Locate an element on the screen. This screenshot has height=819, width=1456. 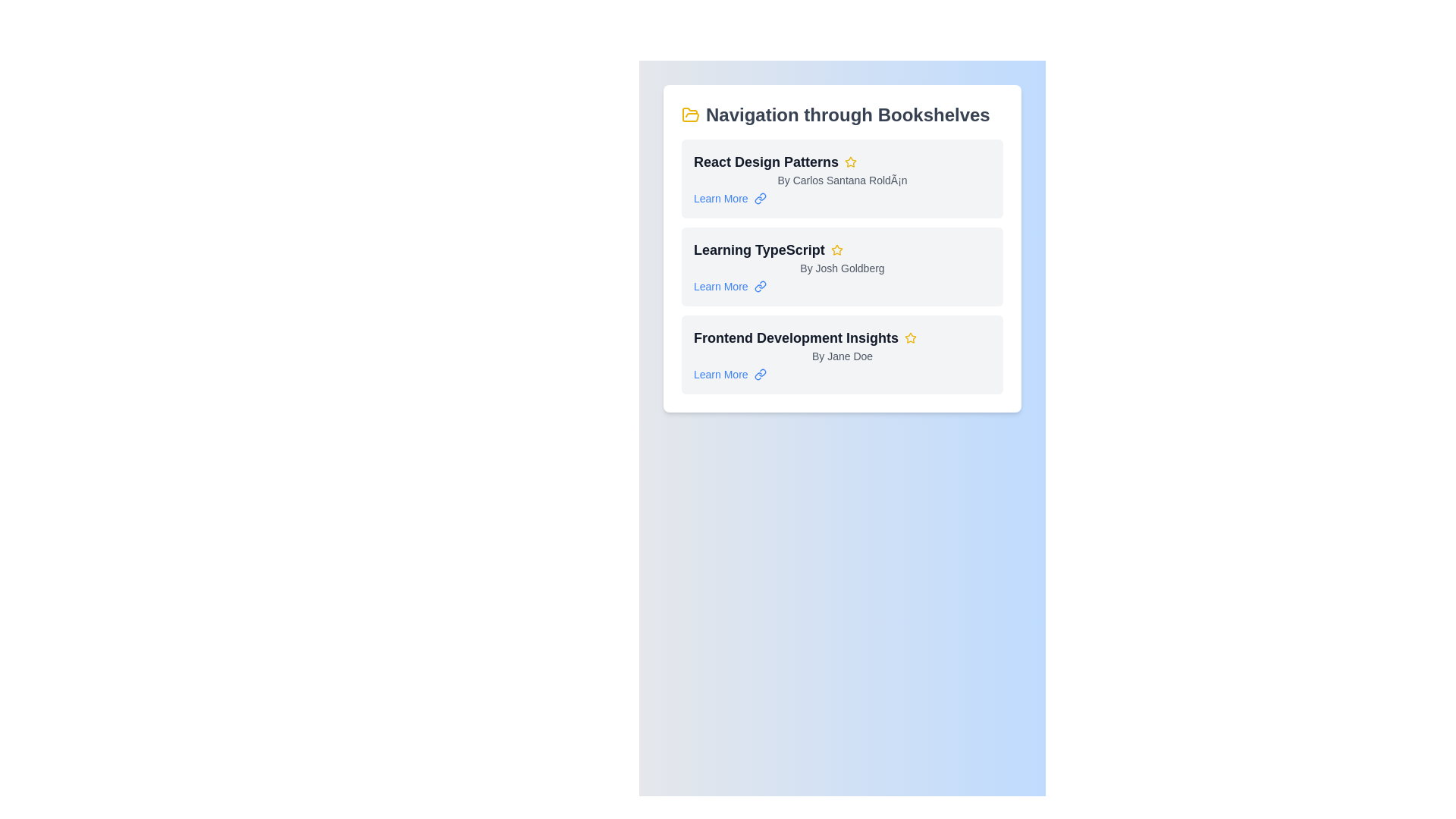
the text block providing additional information about the author or contributor associated with 'React Design Patterns' is located at coordinates (841, 180).